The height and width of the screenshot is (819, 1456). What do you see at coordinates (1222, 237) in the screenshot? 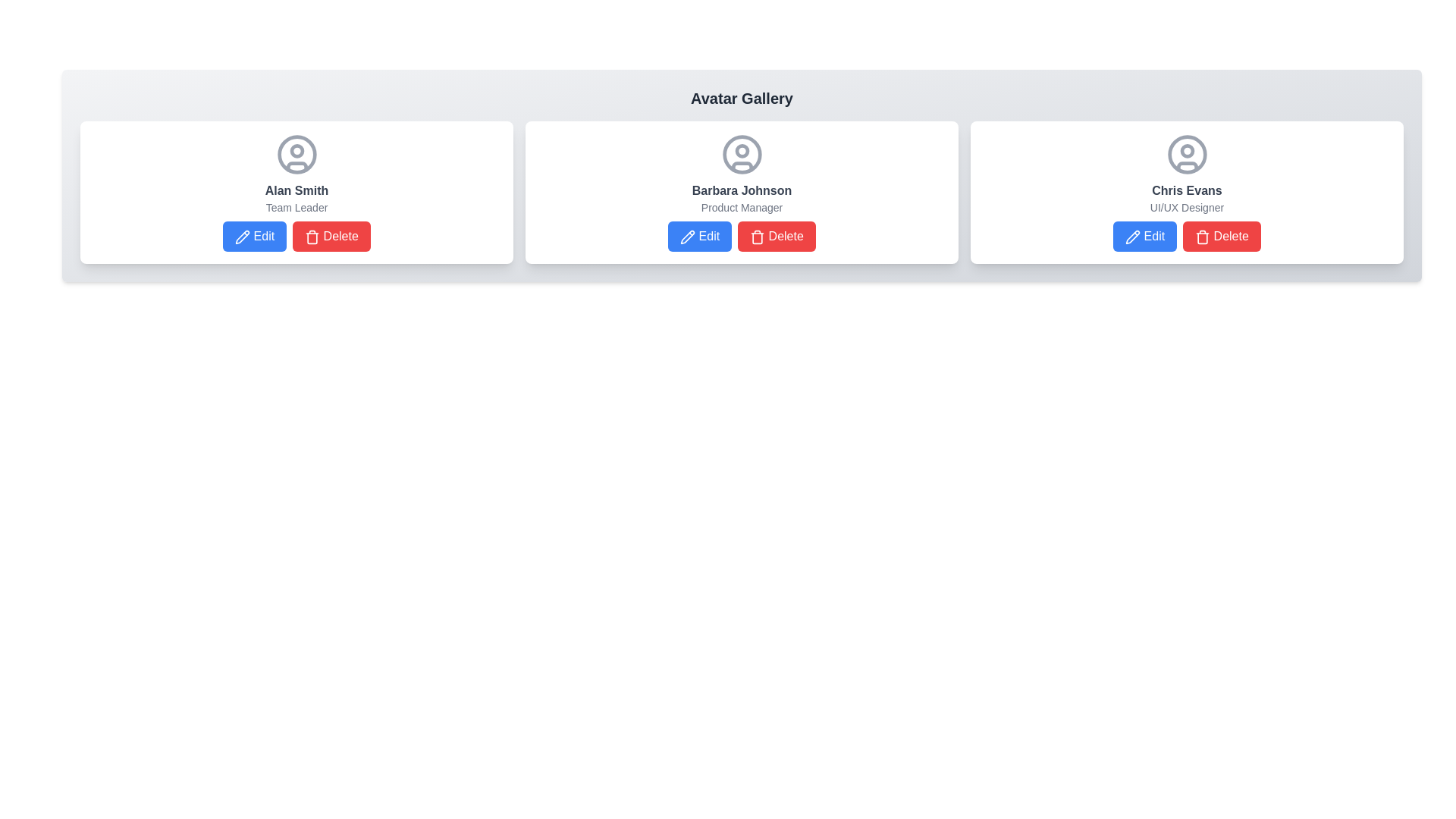
I see `the 'Delete' button with a red background and white text, located to the right of the 'Edit' button in the card representing 'Chris Evans', to initiate a delete action` at bounding box center [1222, 237].